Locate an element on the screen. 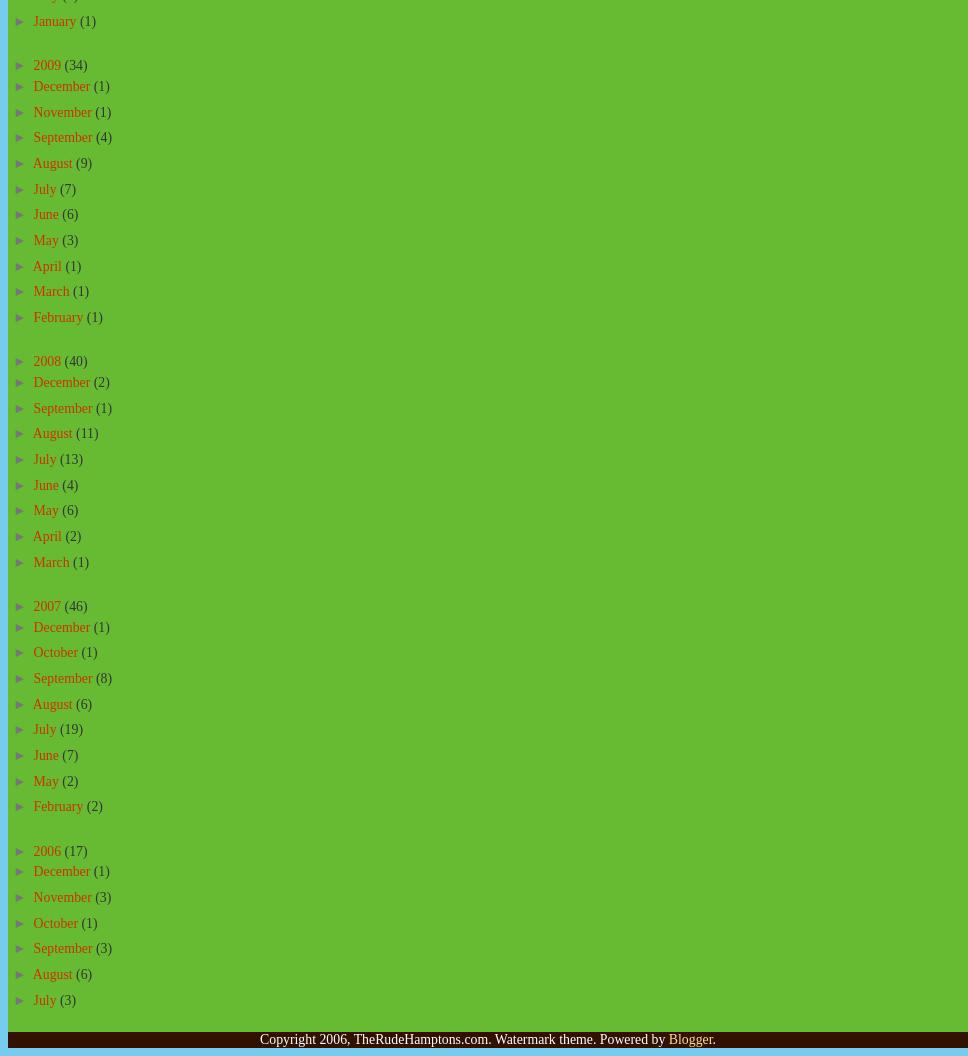 The height and width of the screenshot is (1056, 968). '(34)' is located at coordinates (74, 65).